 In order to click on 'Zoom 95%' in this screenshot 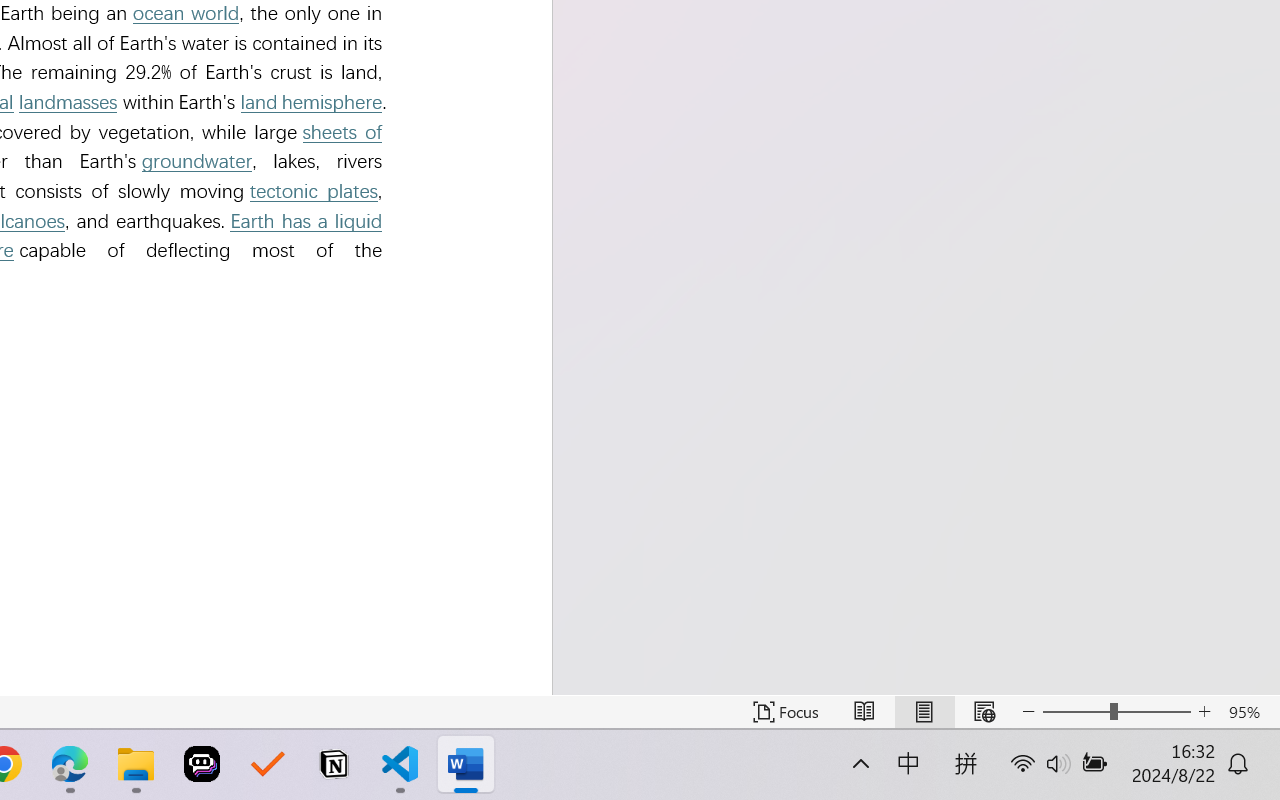, I will do `click(1248, 711)`.